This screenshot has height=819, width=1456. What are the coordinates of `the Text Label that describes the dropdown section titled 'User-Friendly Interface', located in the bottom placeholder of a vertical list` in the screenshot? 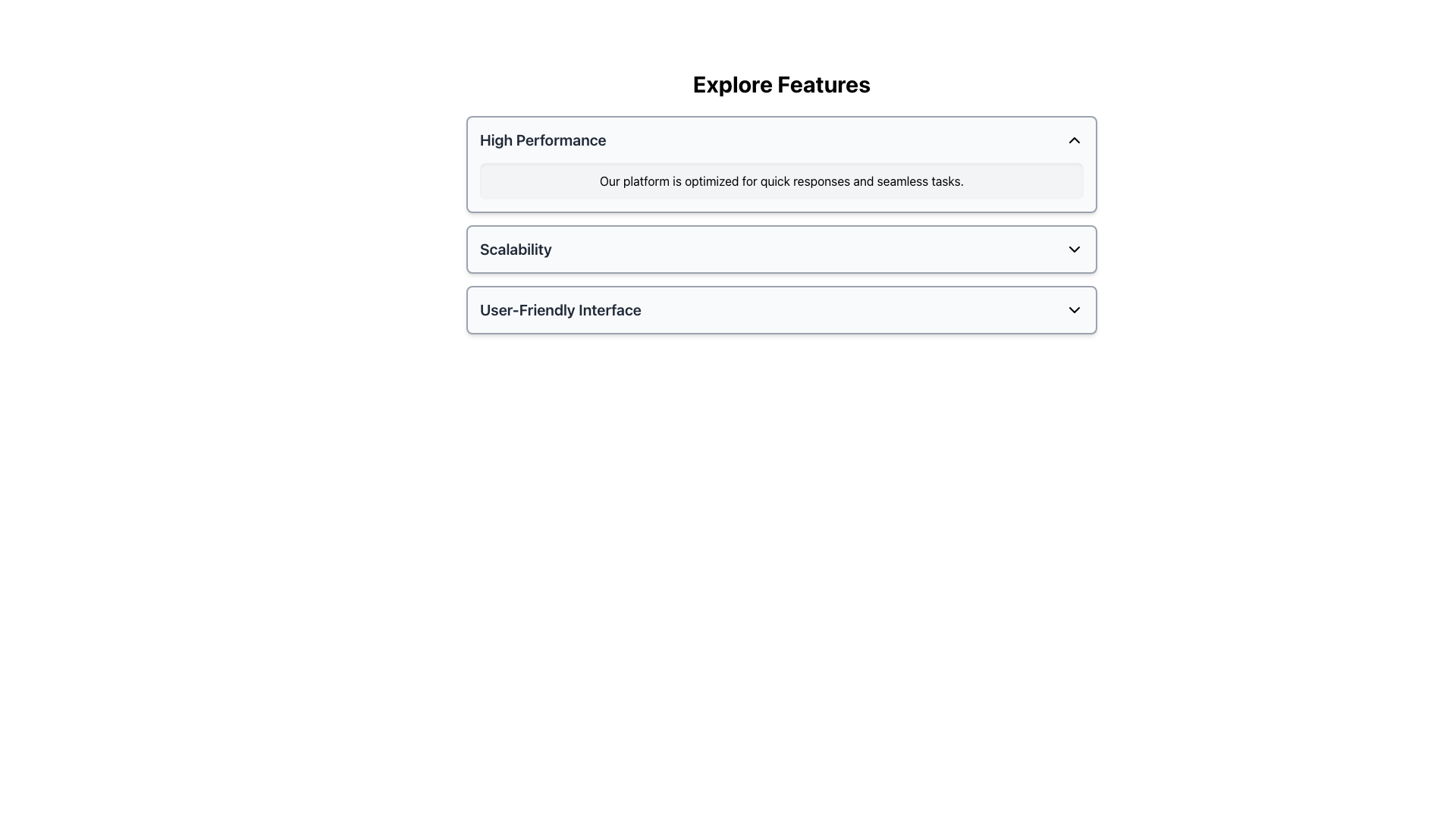 It's located at (560, 309).